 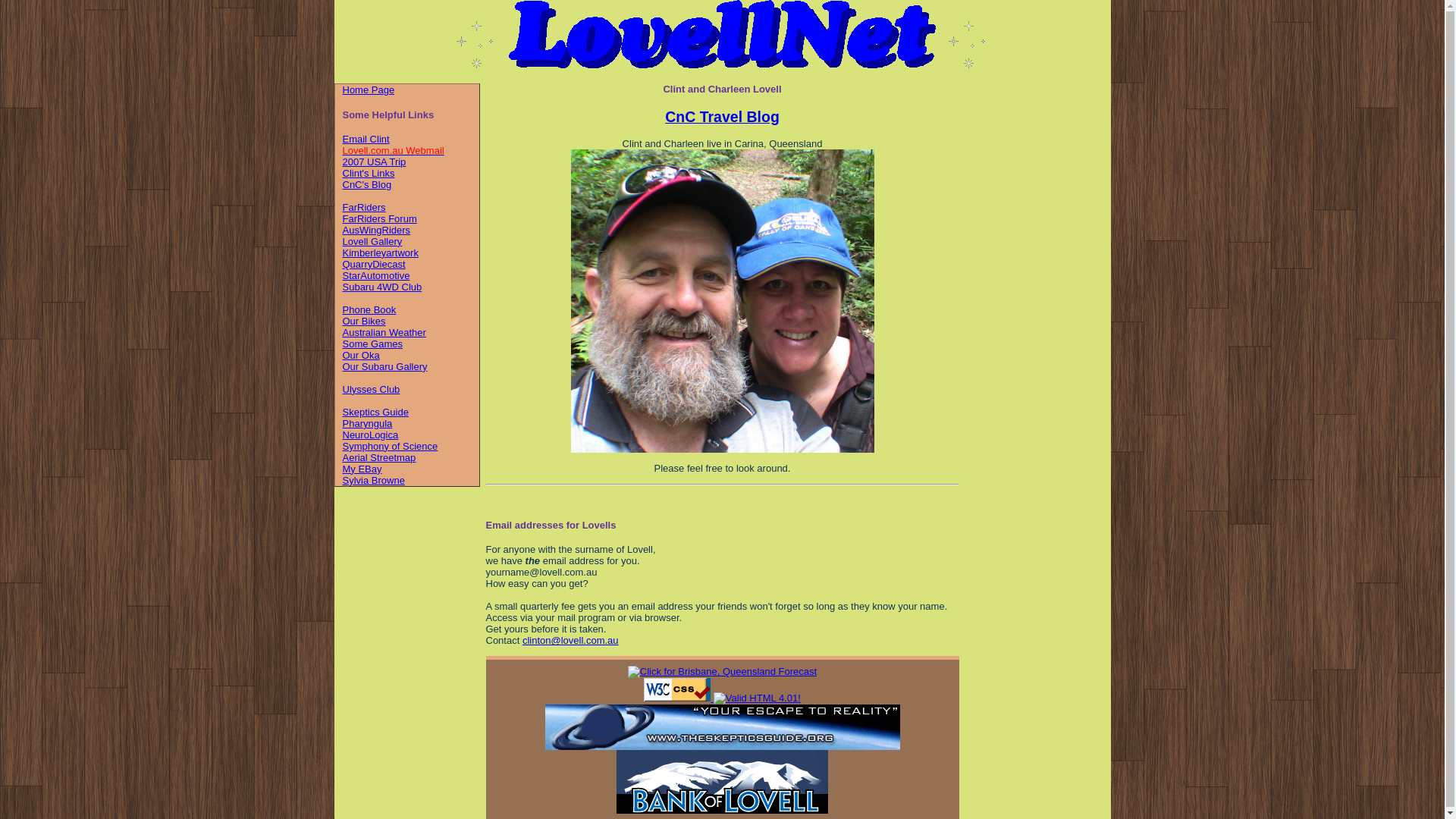 I want to click on 'NeuroLogica', so click(x=341, y=435).